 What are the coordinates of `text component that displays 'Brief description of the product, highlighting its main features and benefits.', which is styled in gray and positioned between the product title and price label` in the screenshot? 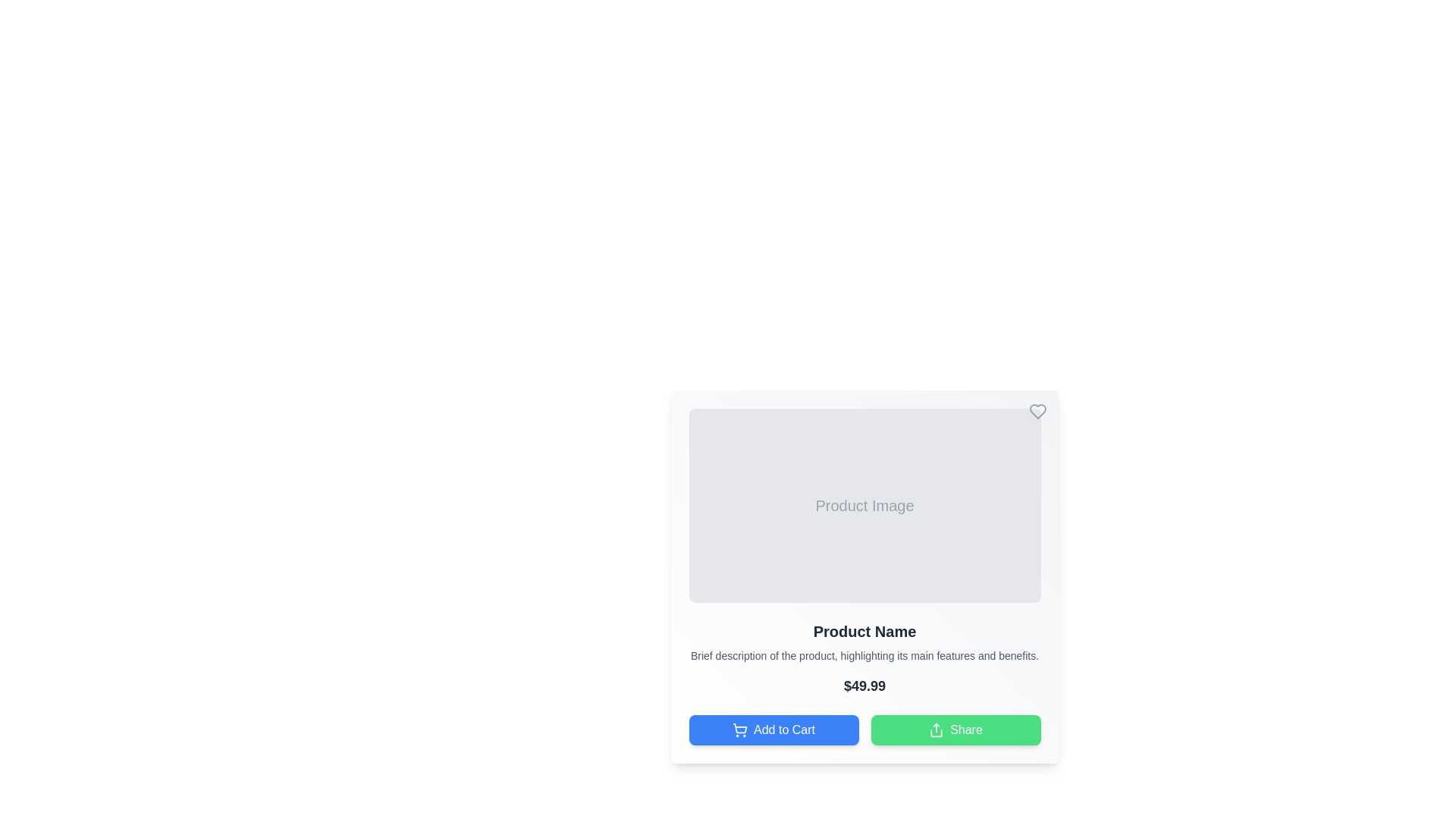 It's located at (864, 654).